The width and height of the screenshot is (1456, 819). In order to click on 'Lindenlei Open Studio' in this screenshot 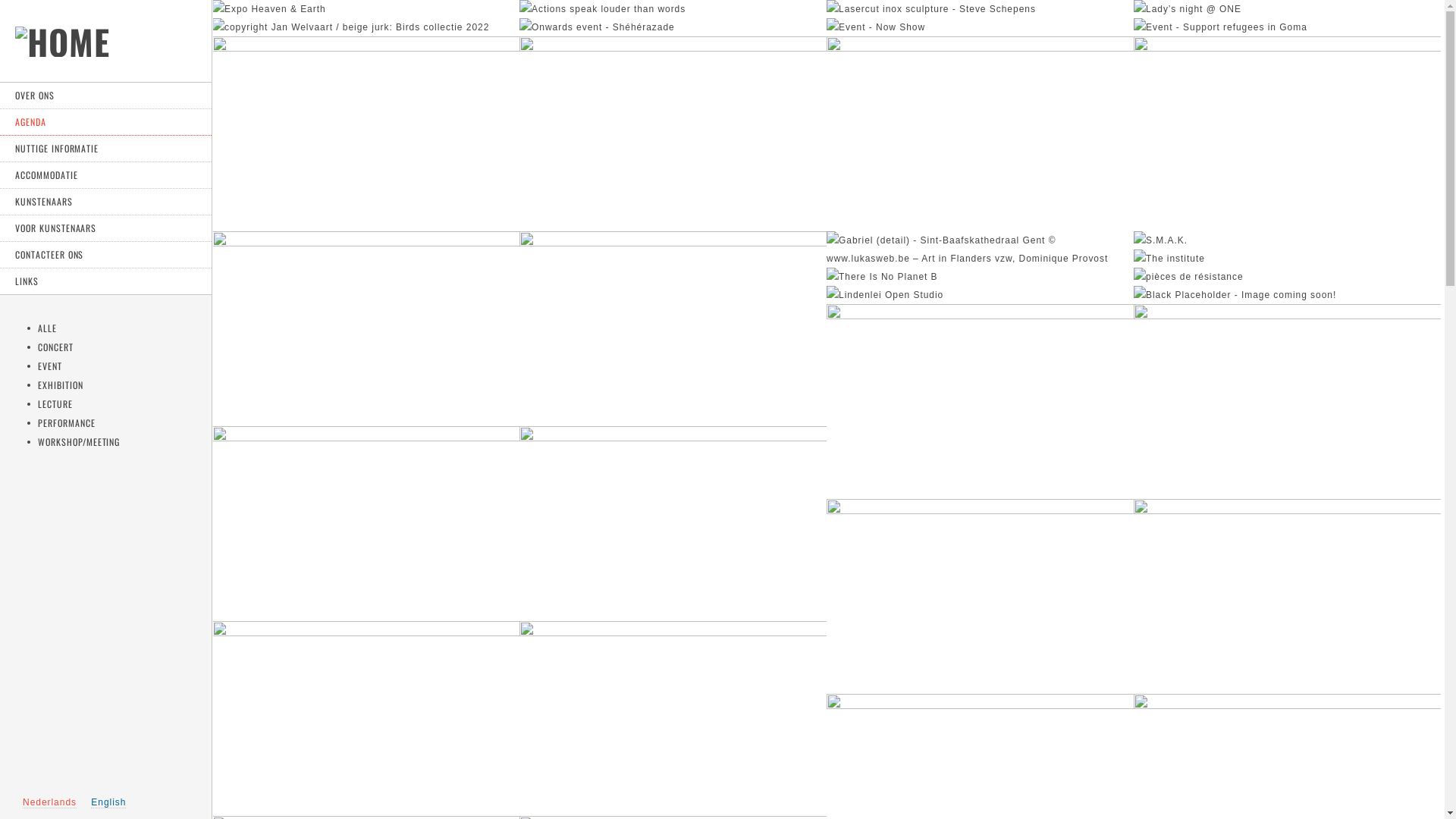, I will do `click(825, 295)`.